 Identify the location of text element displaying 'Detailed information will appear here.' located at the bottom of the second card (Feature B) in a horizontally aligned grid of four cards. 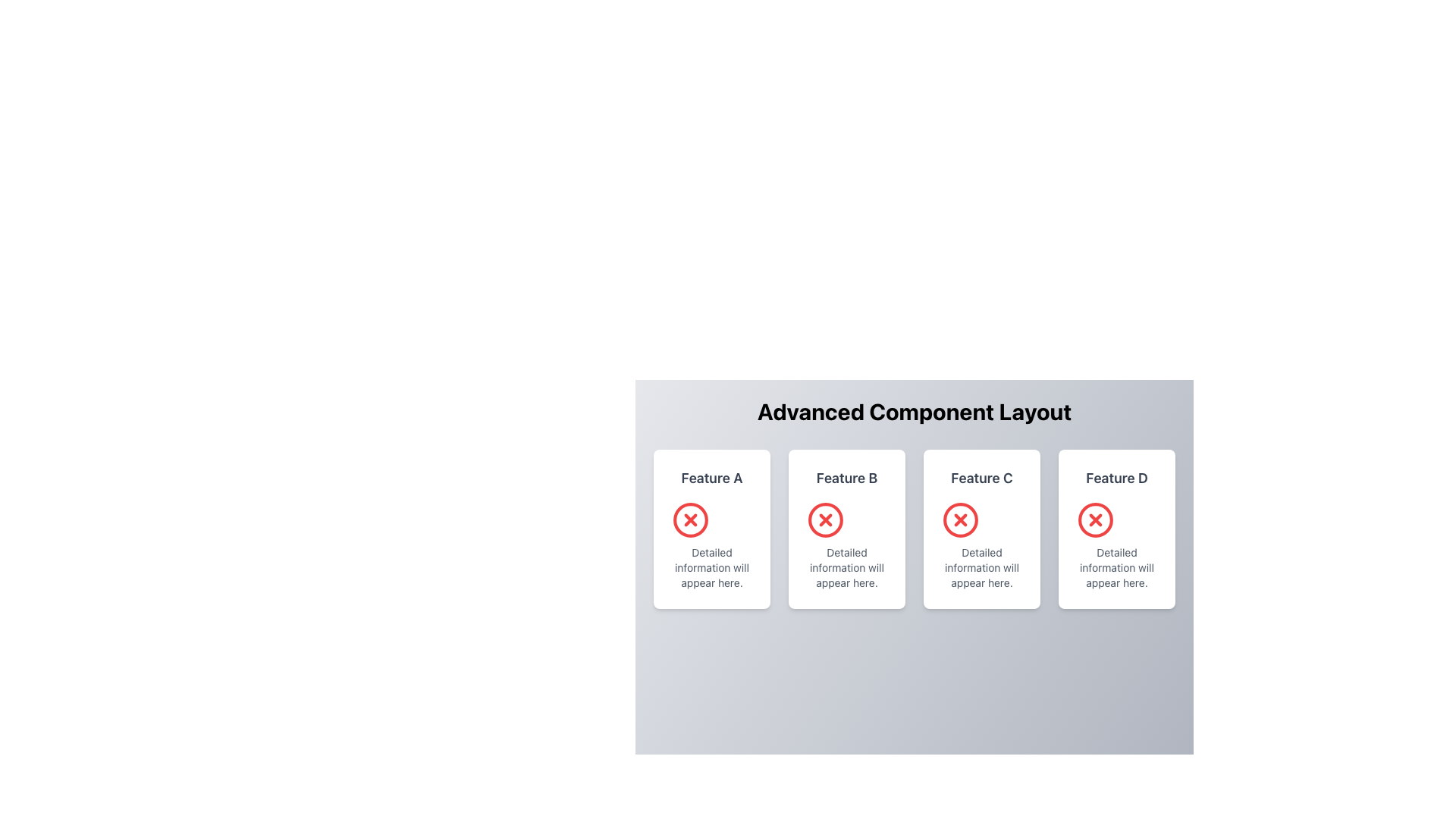
(846, 567).